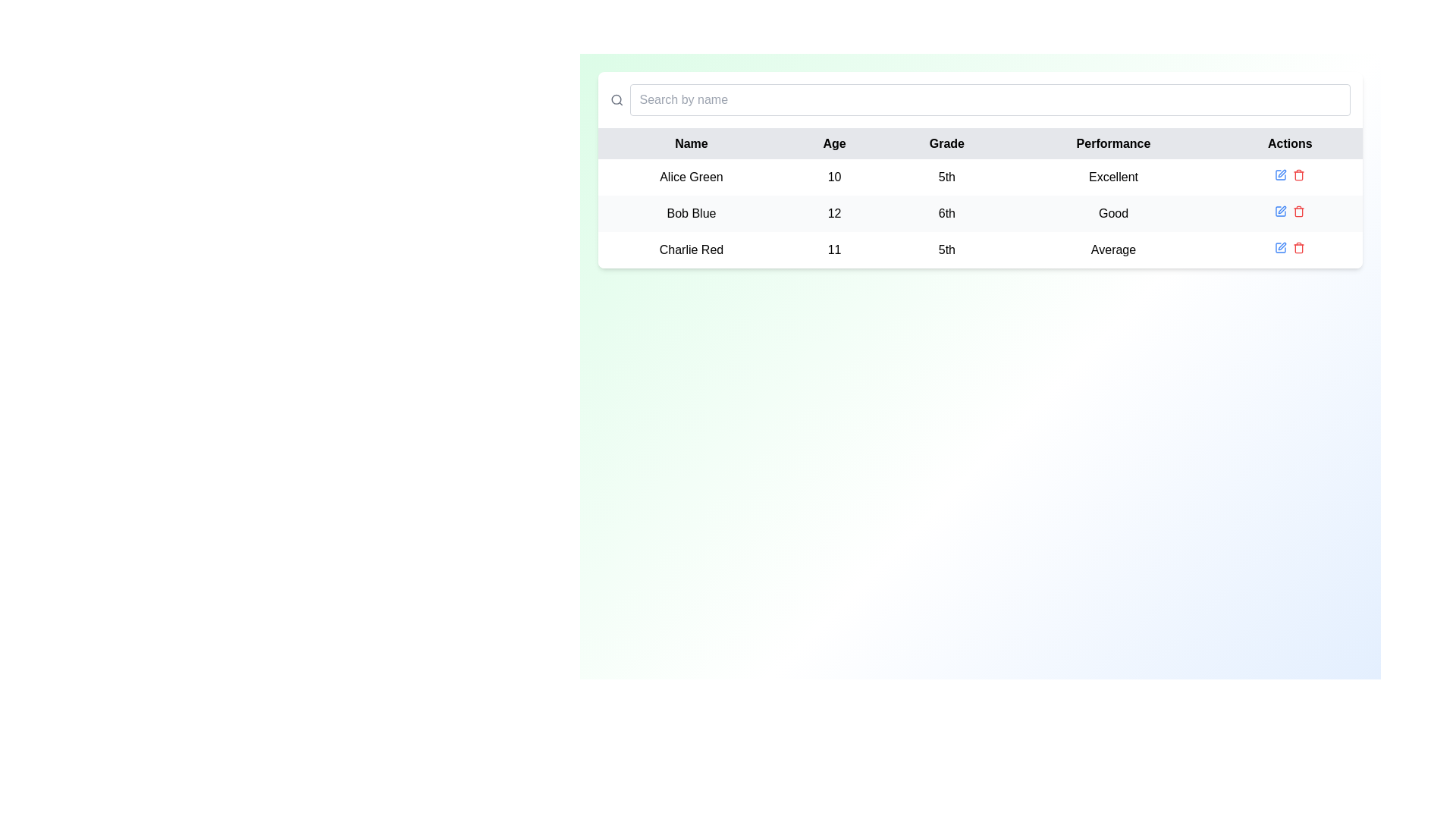 This screenshot has height=819, width=1456. I want to click on the icon button resembling a pen over a square located in the 'Actions' column for 'Charlie Red' to initiate an edit action, so click(1282, 245).